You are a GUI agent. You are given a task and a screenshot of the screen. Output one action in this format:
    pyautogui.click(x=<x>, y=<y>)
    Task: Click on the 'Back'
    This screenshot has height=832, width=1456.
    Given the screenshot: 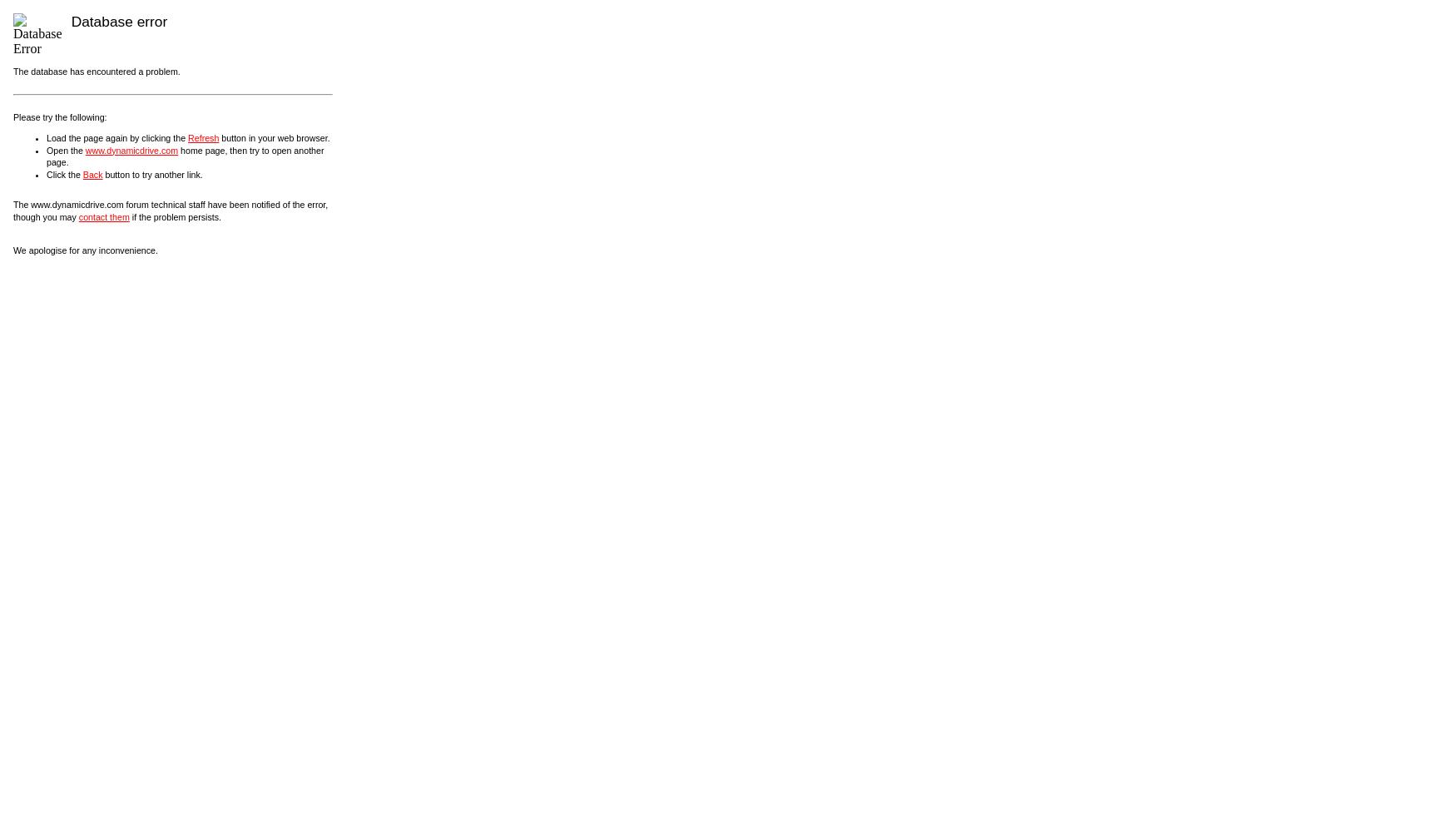 What is the action you would take?
    pyautogui.click(x=92, y=173)
    